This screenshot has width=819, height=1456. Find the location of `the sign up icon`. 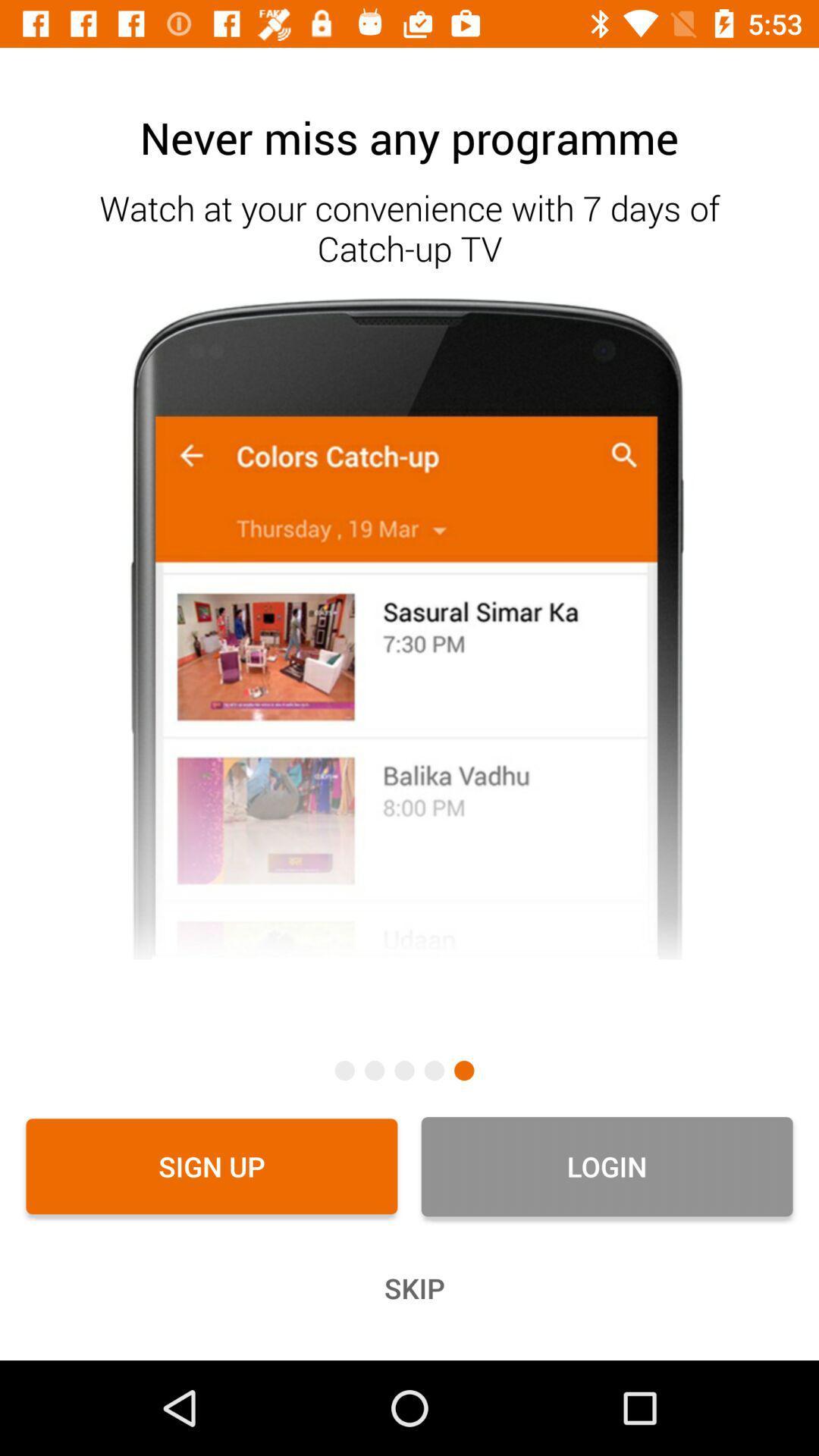

the sign up icon is located at coordinates (212, 1166).